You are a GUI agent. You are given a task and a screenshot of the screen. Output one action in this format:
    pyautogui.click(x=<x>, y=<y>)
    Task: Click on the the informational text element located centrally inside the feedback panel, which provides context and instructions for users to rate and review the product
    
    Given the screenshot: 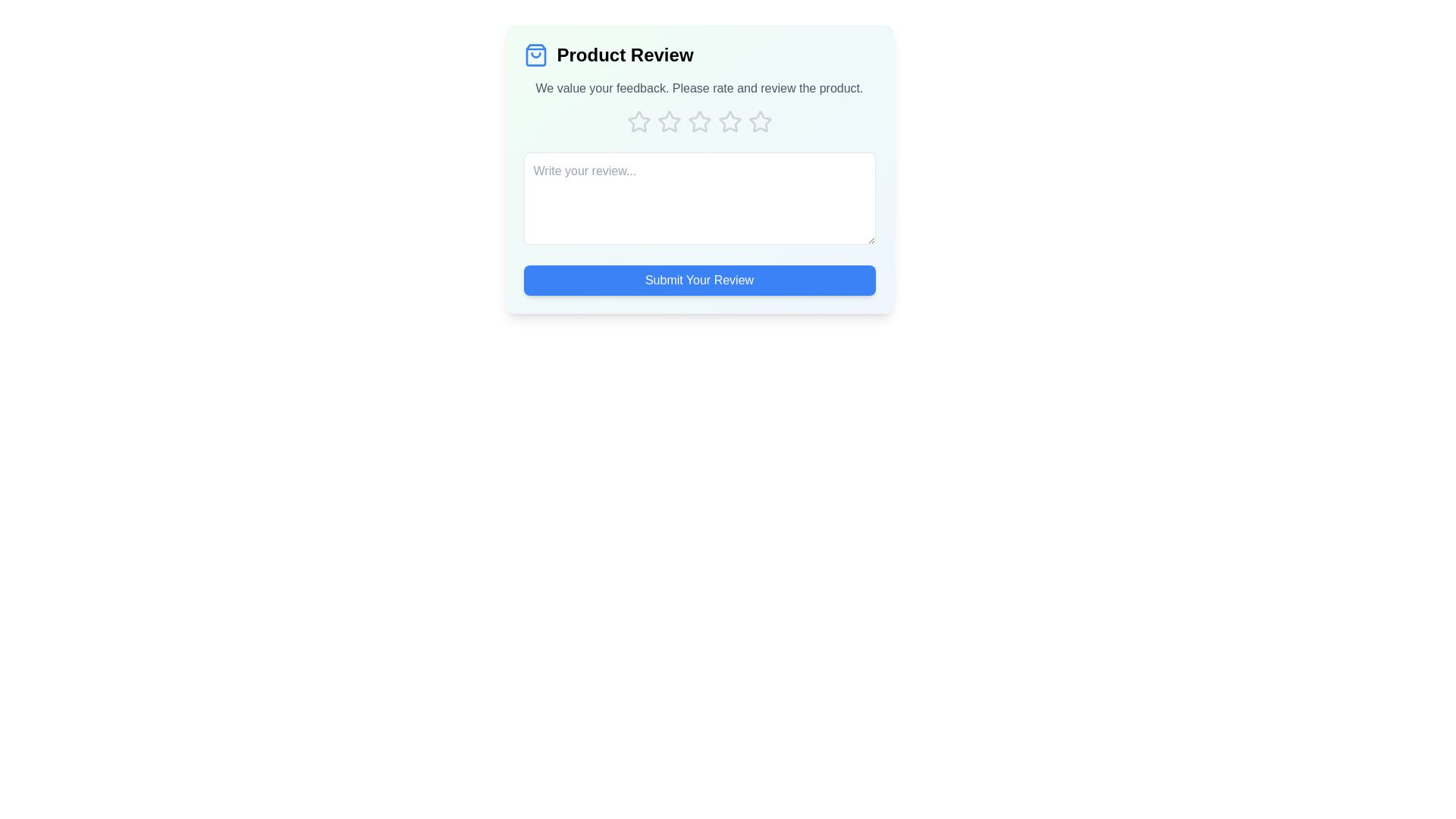 What is the action you would take?
    pyautogui.click(x=698, y=88)
    